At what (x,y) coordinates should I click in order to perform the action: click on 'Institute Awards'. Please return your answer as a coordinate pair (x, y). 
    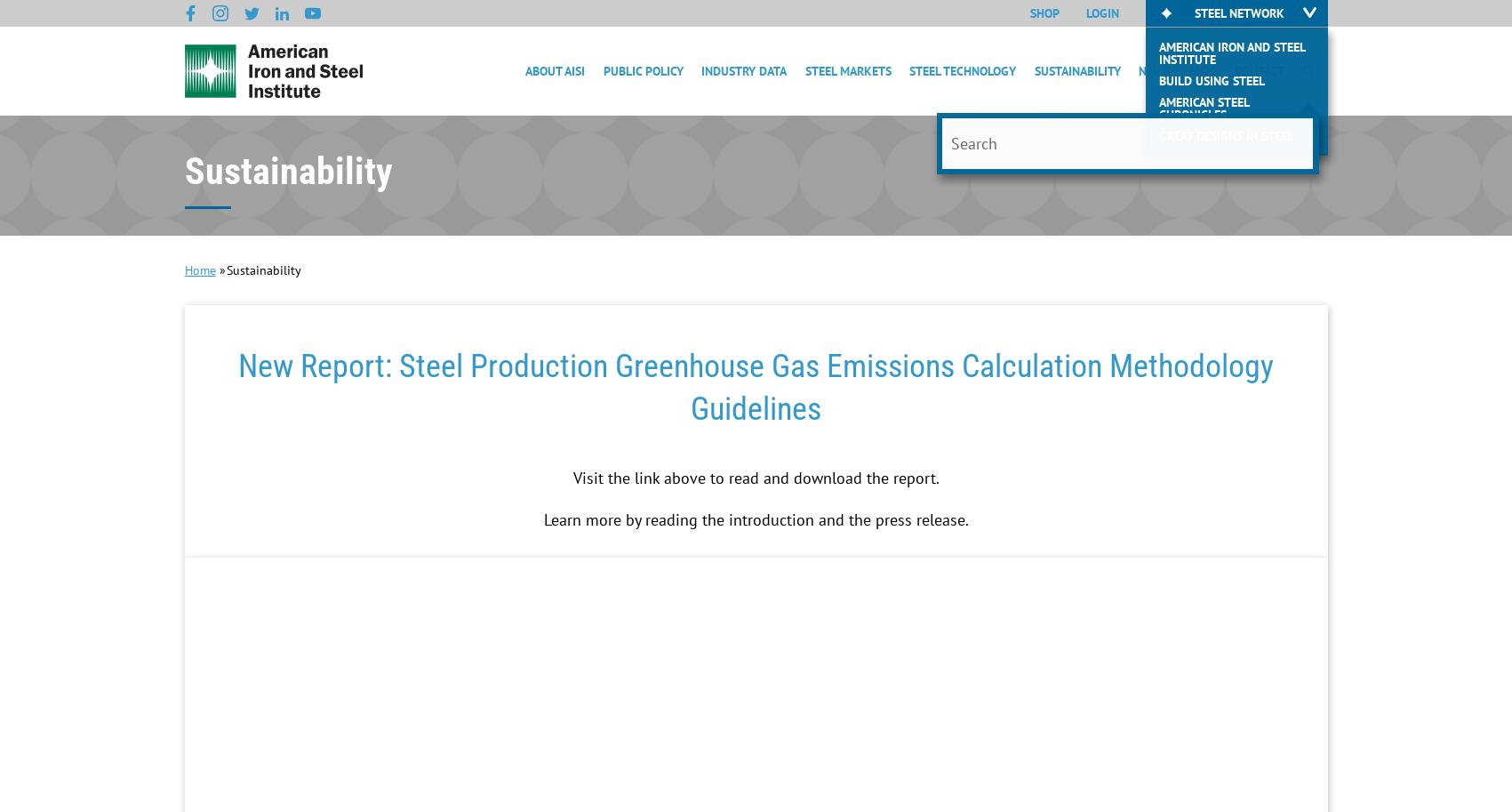
    Looking at the image, I should click on (576, 303).